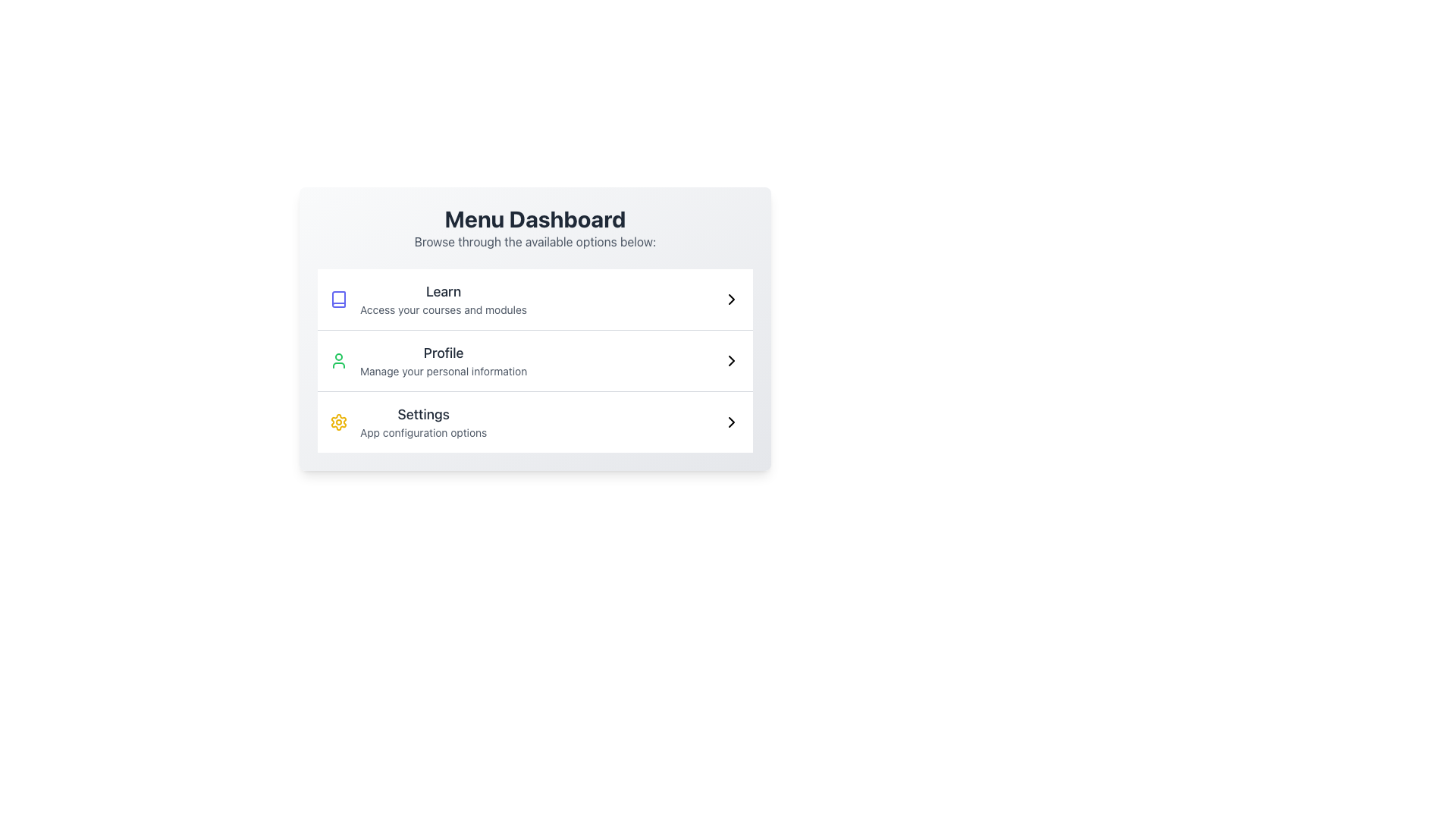 The image size is (1456, 819). I want to click on the rightward-pointing chevron arrow icon located to the far right of the 'Settings' menu entry, so click(731, 422).